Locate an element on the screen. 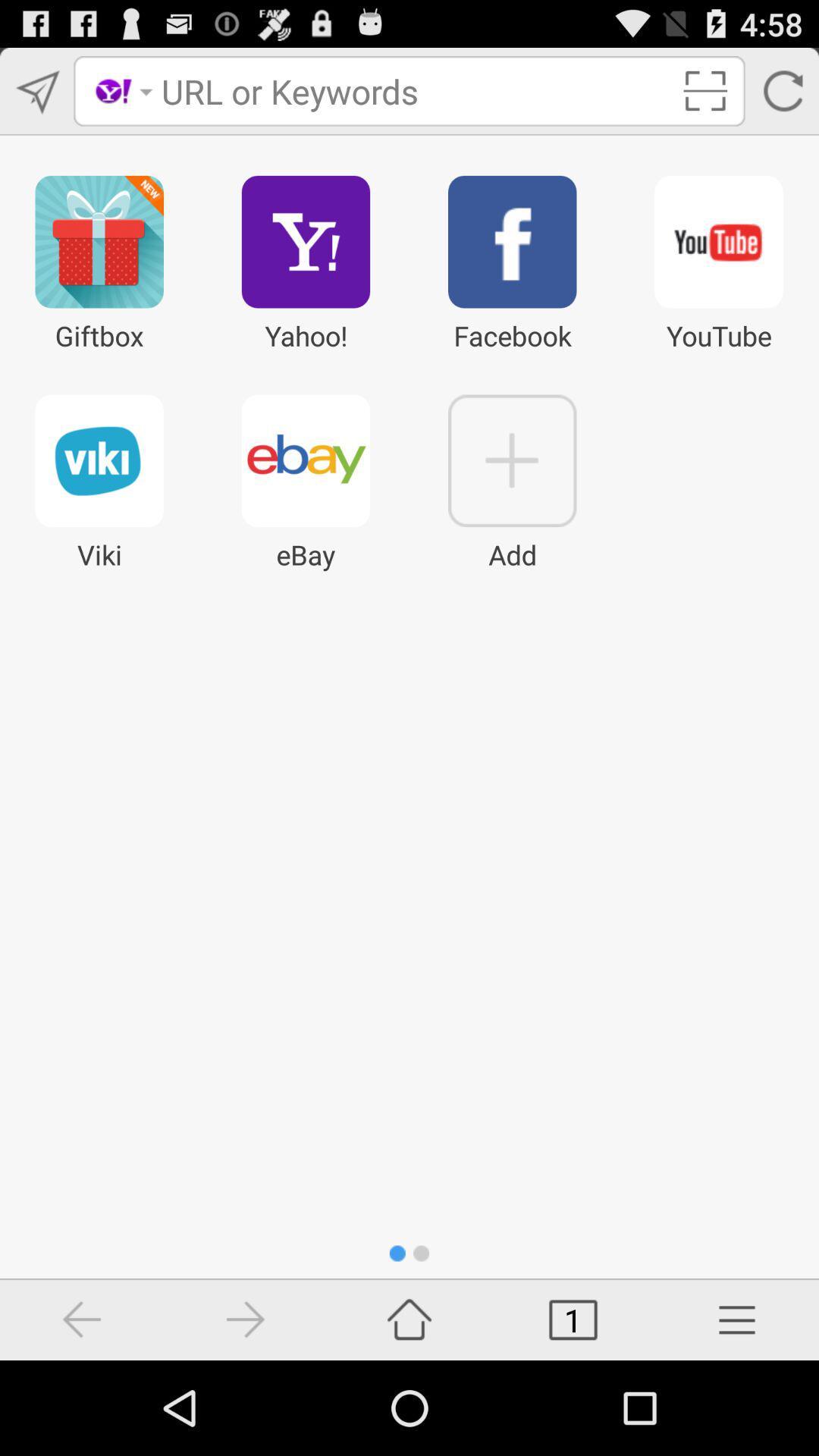 This screenshot has width=819, height=1456. the refresh icon is located at coordinates (782, 97).